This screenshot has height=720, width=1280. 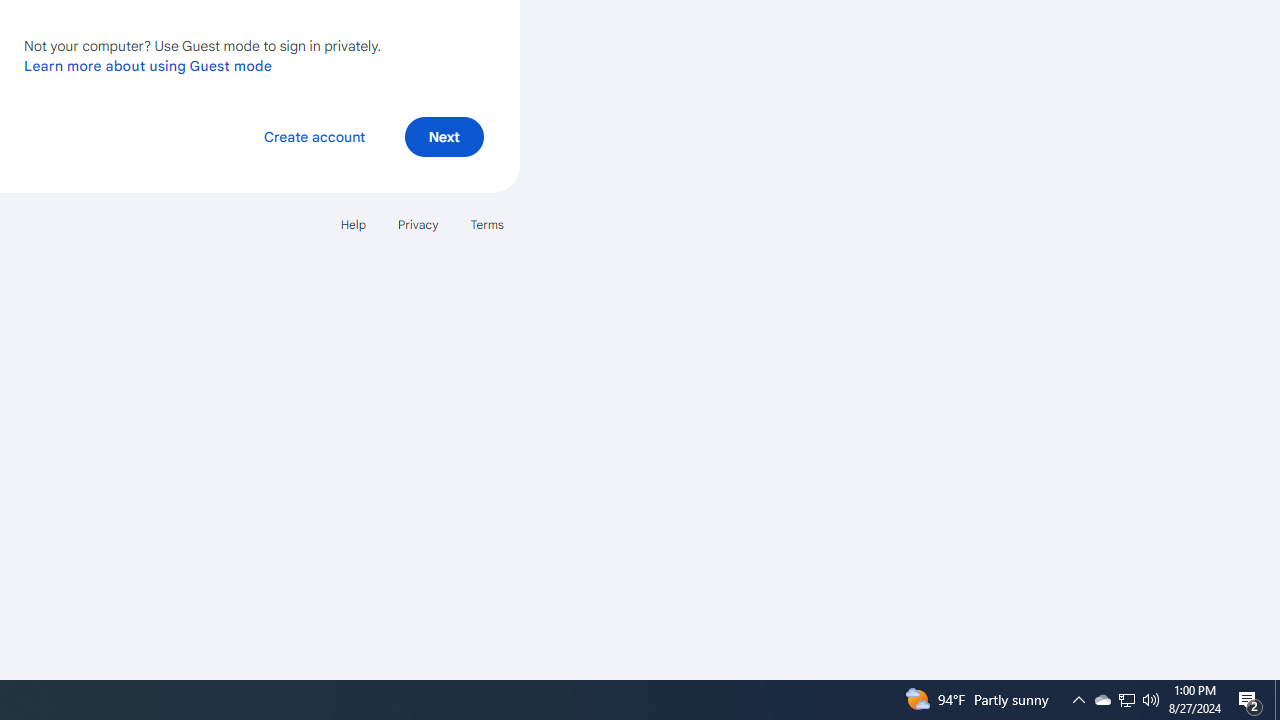 What do you see at coordinates (416, 224) in the screenshot?
I see `'Privacy'` at bounding box center [416, 224].